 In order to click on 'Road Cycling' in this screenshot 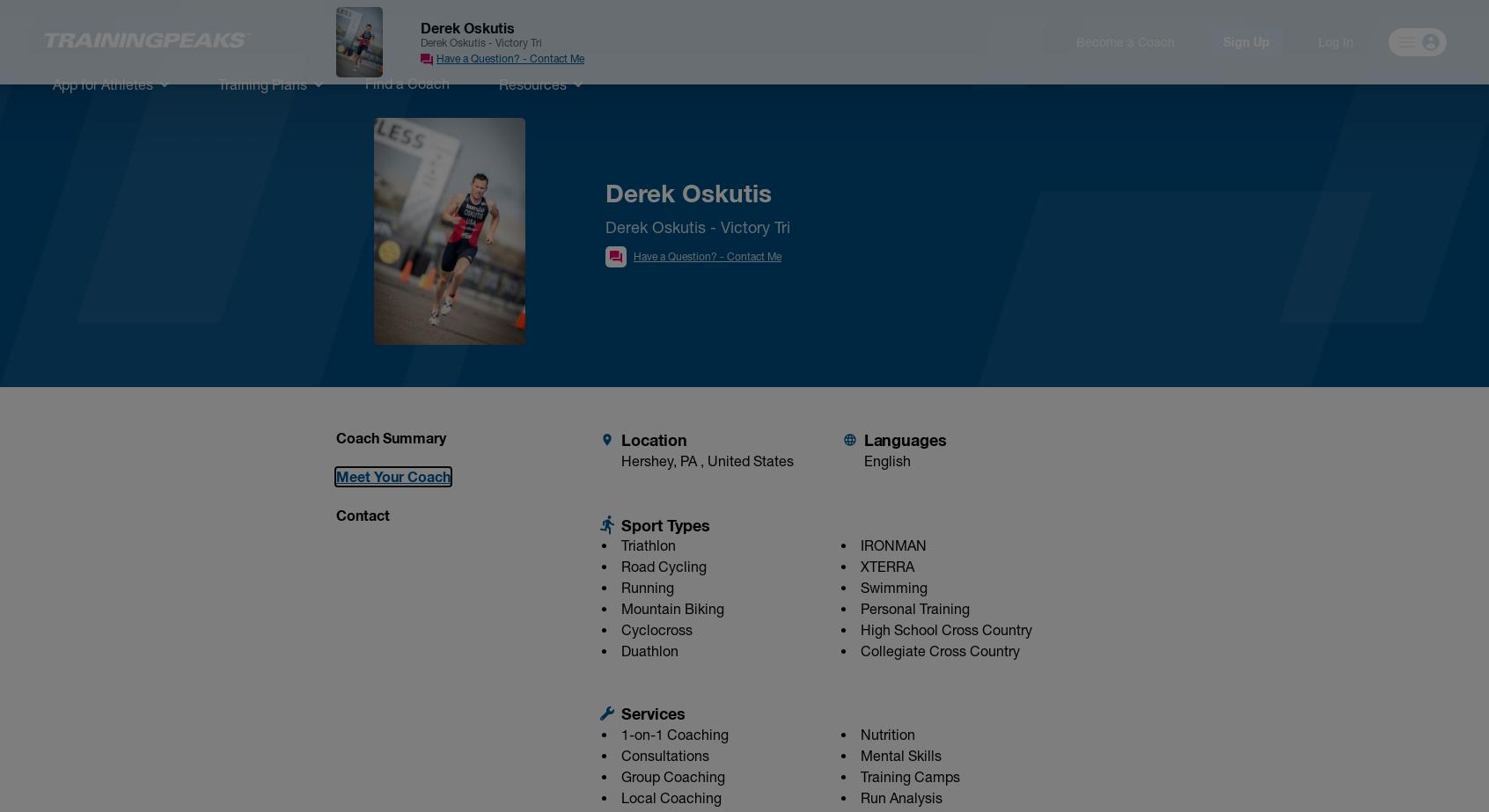, I will do `click(663, 565)`.